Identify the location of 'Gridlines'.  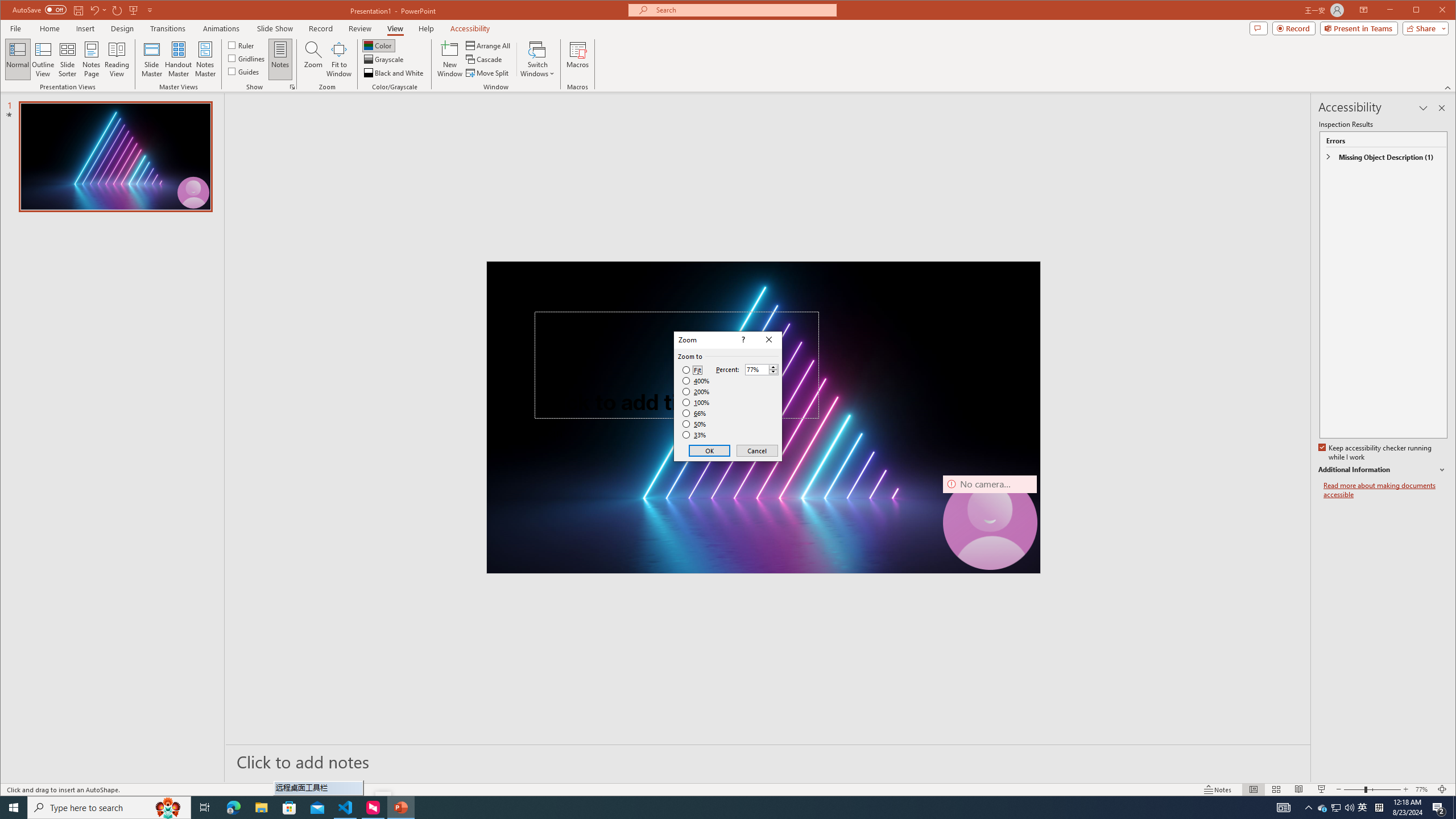
(246, 58).